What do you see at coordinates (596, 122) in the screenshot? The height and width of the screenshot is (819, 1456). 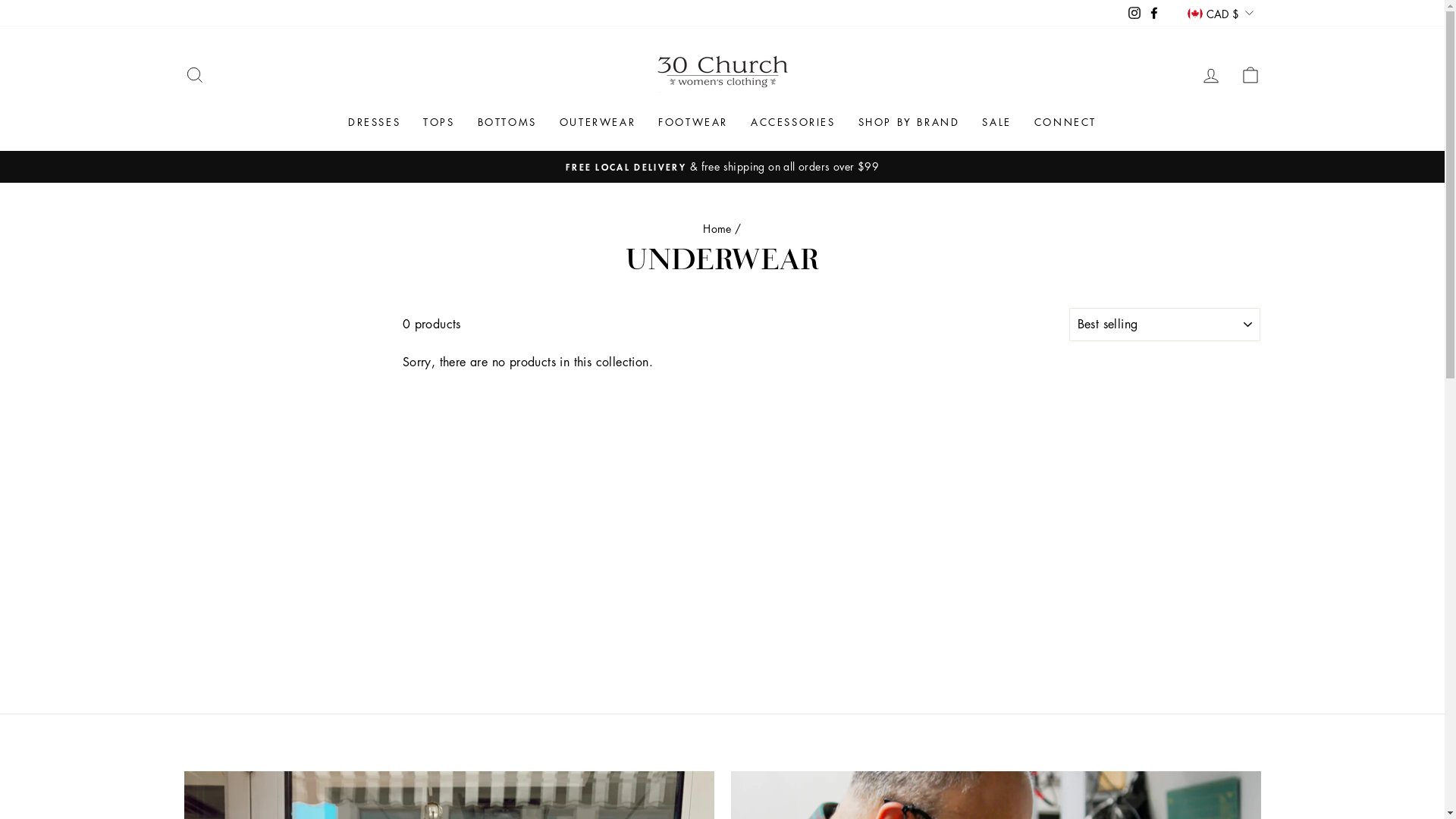 I see `'OUTERWEAR'` at bounding box center [596, 122].